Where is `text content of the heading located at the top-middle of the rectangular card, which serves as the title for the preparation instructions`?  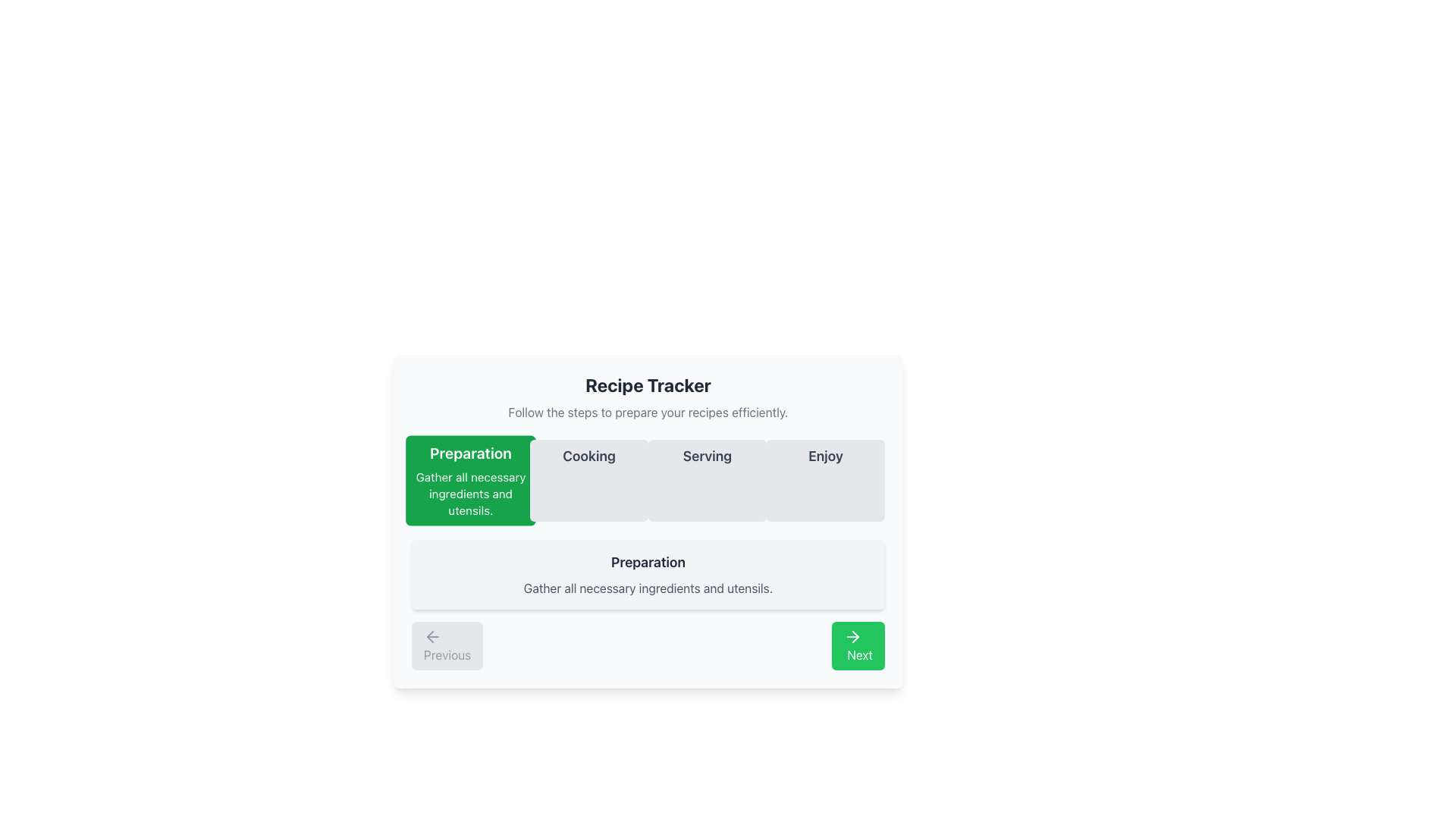
text content of the heading located at the top-middle of the rectangular card, which serves as the title for the preparation instructions is located at coordinates (648, 562).